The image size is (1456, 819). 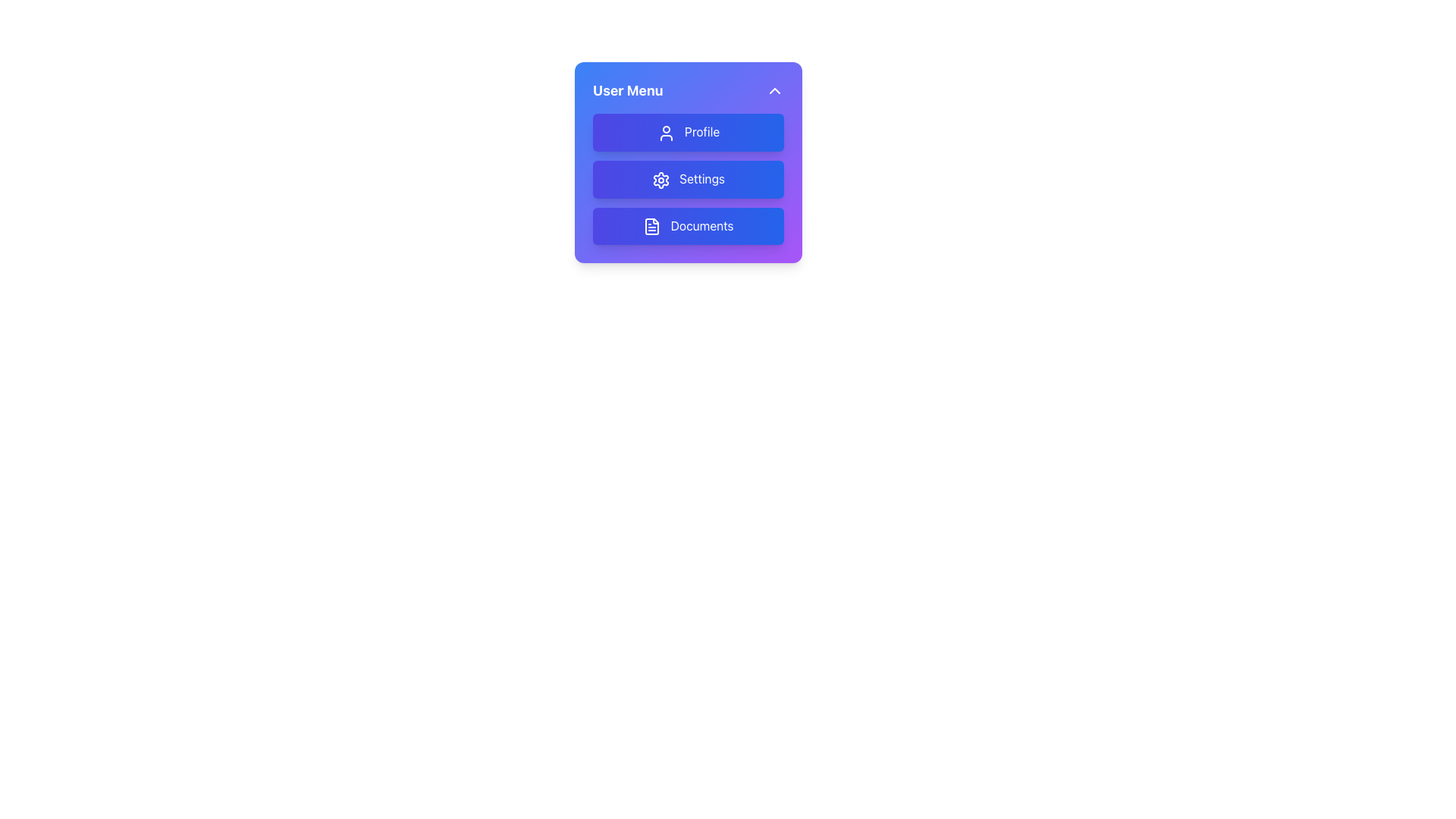 I want to click on the 'User Menu' text label element, which is styled with a bold and large font size and located in the top-left section of the menu interface, so click(x=628, y=90).